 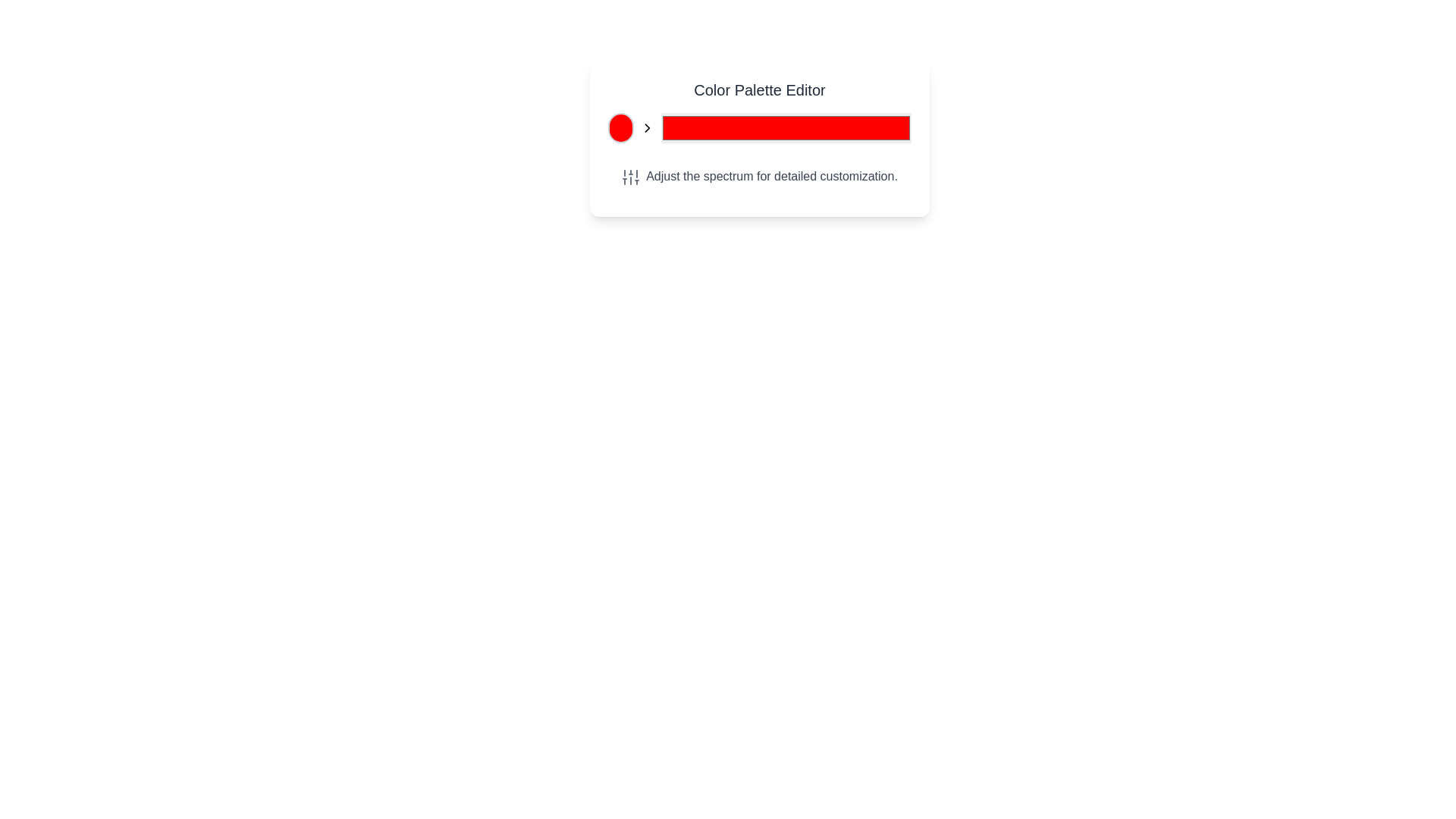 I want to click on the Text Label with Accompanying Icon located in the bottom section of the 'Color Palette Editor' card, positioned below the red color picker input field, so click(x=760, y=175).